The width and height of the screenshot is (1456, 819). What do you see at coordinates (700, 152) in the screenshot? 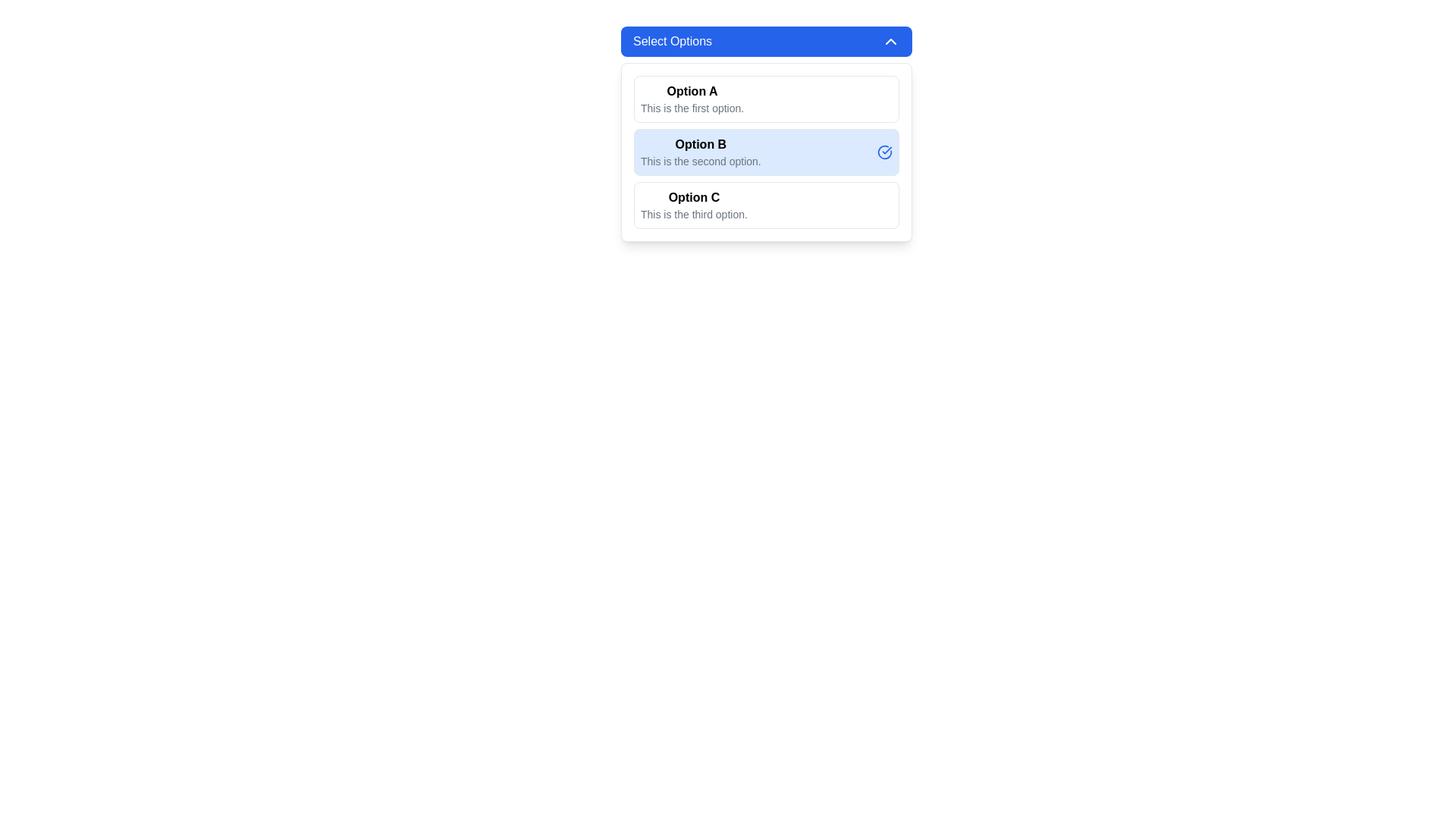
I see `the selectable list item labeled 'Option B'` at bounding box center [700, 152].